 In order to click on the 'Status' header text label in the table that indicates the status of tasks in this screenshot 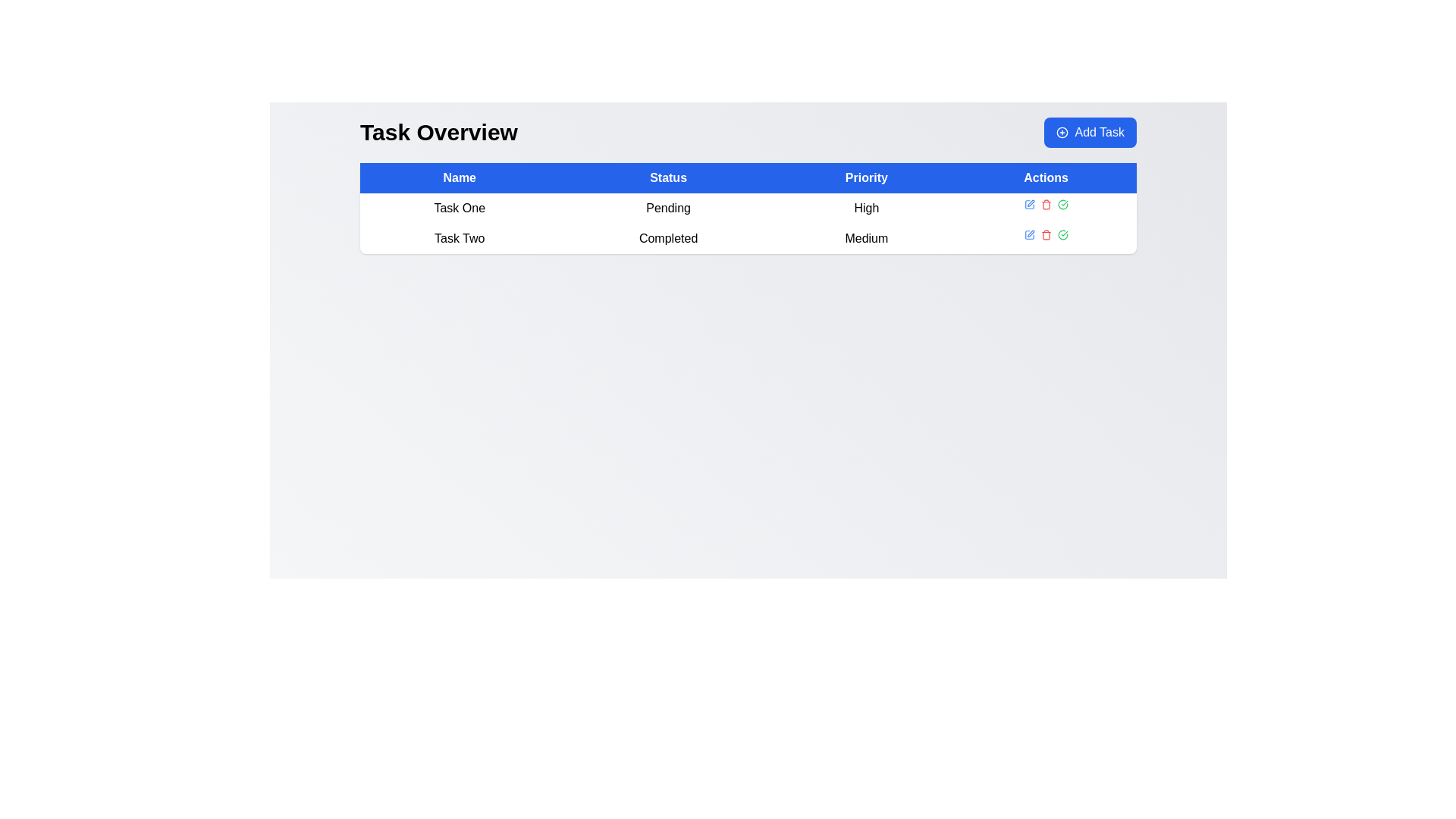, I will do `click(667, 177)`.